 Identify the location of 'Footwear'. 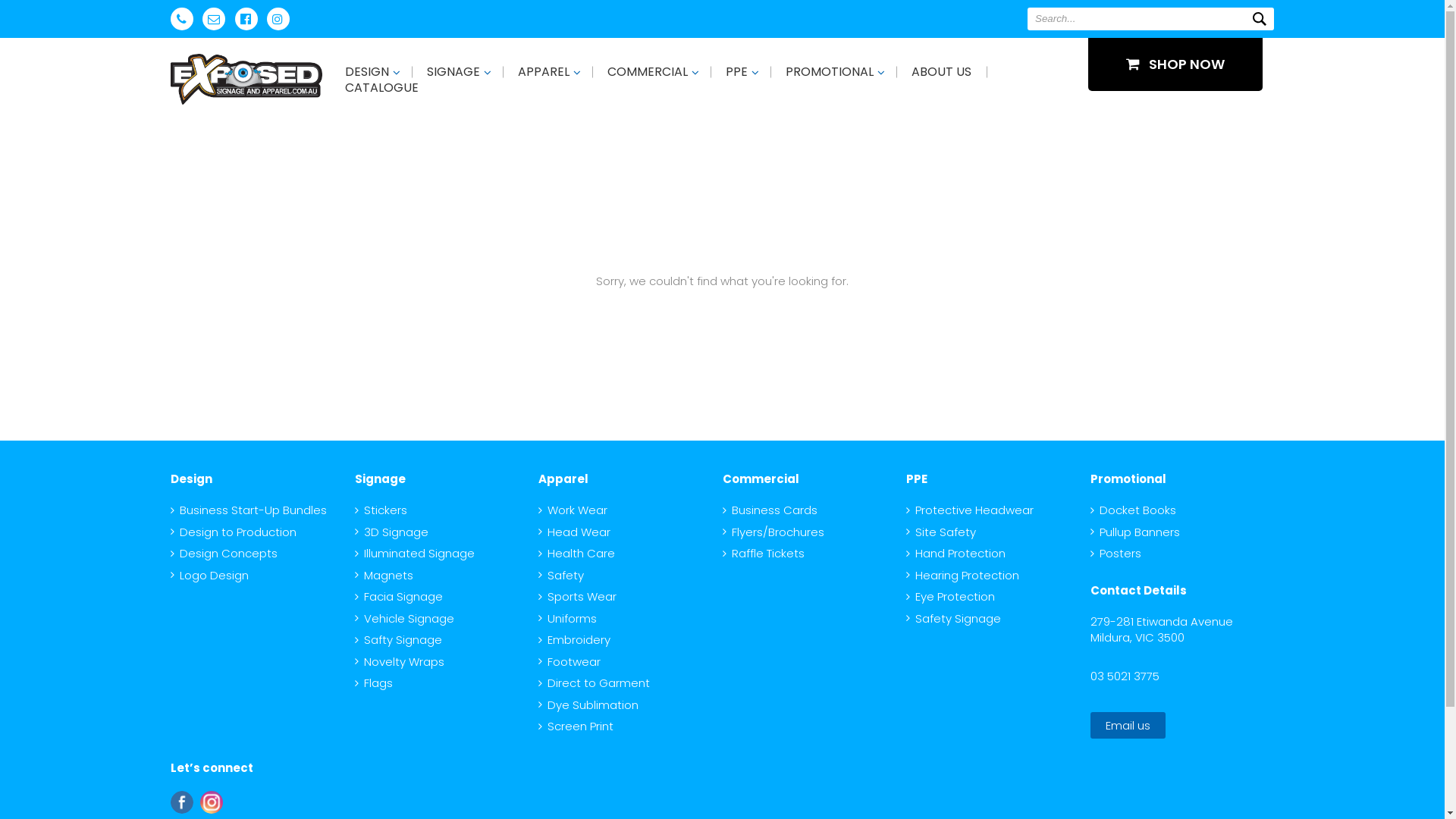
(538, 661).